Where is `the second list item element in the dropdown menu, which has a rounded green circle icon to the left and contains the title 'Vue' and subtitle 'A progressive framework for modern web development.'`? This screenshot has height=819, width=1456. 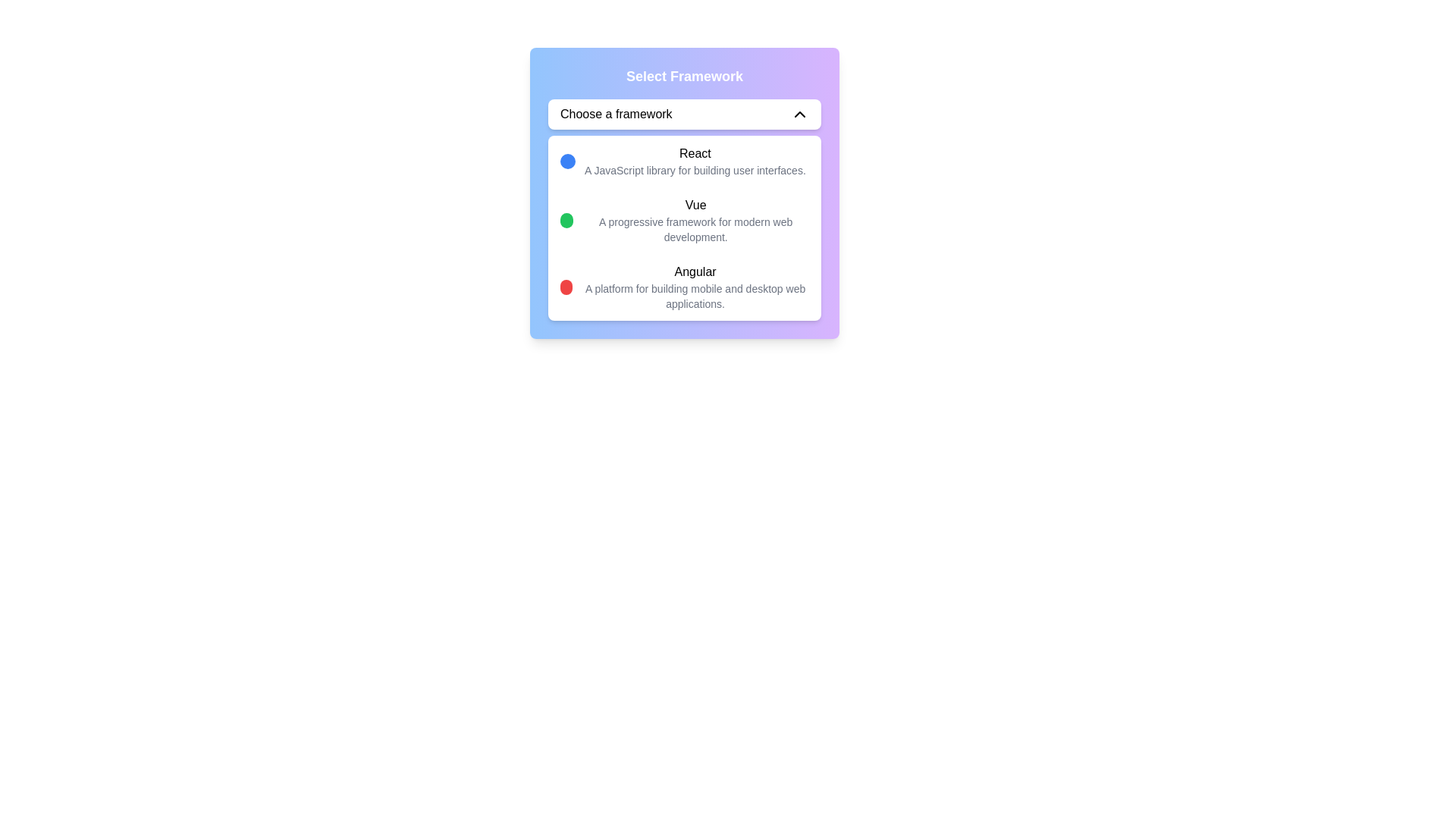 the second list item element in the dropdown menu, which has a rounded green circle icon to the left and contains the title 'Vue' and subtitle 'A progressive framework for modern web development.' is located at coordinates (683, 220).